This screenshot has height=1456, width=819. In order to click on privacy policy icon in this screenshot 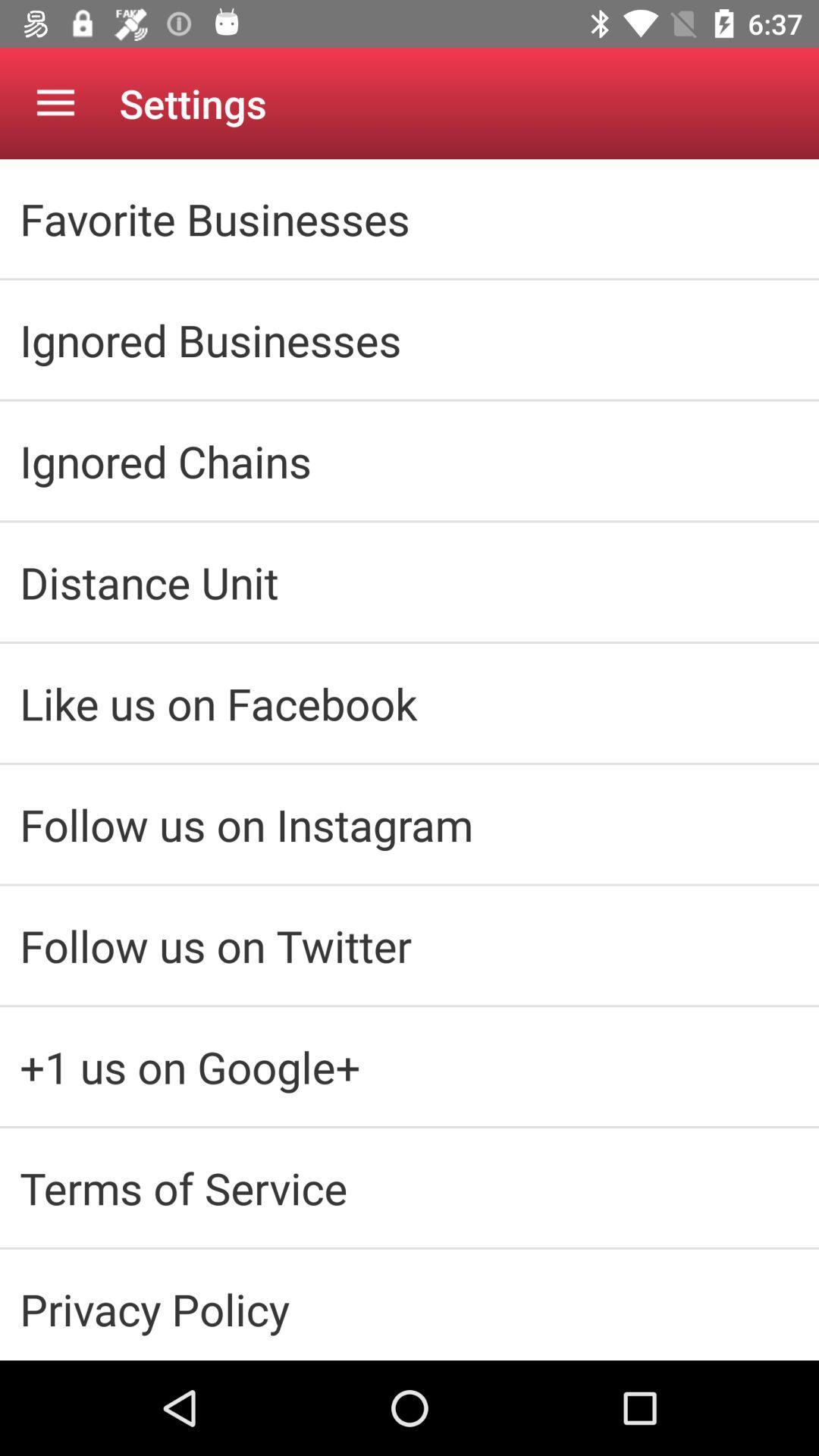, I will do `click(409, 1308)`.